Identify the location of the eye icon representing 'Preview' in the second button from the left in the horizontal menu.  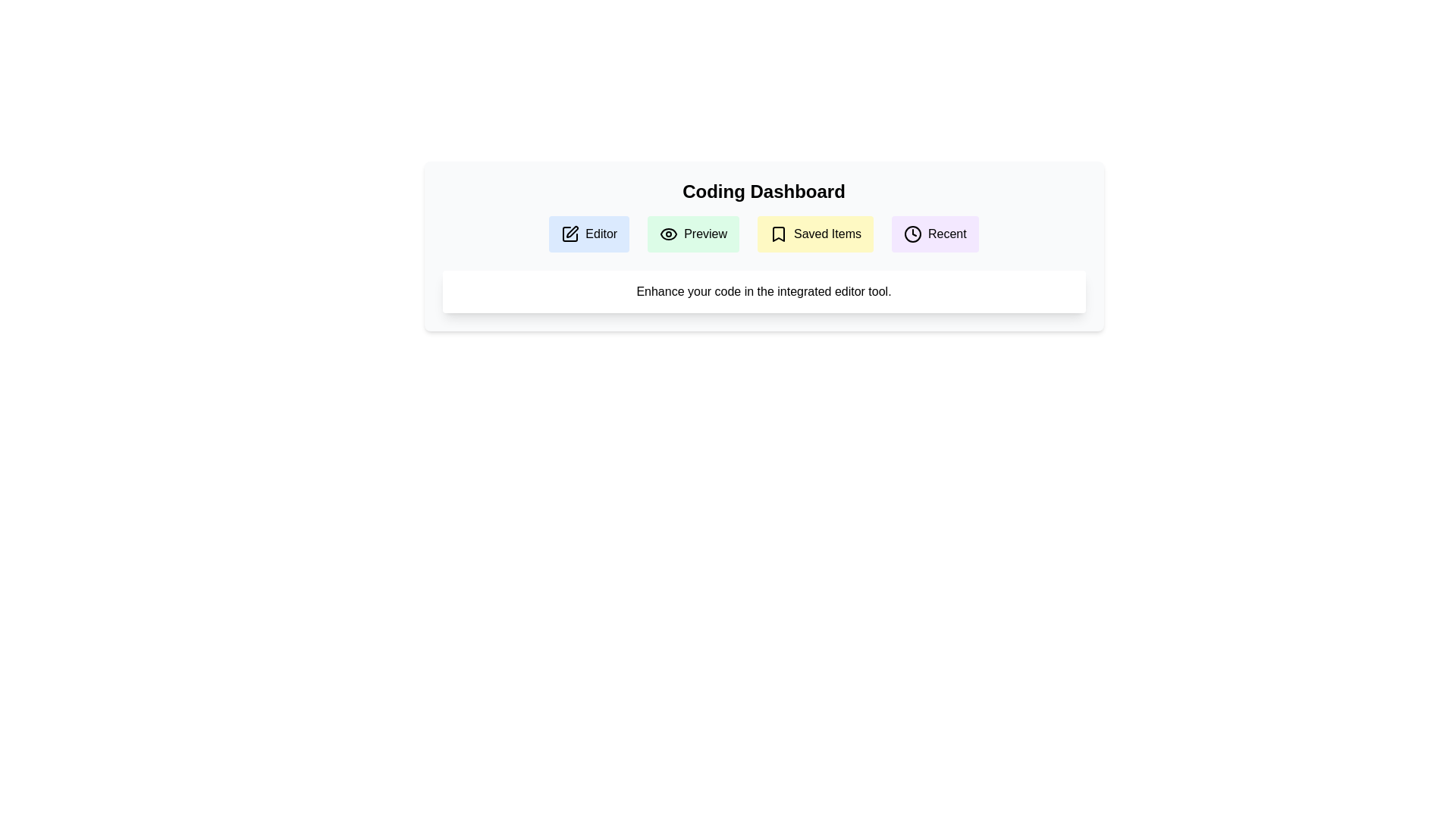
(668, 234).